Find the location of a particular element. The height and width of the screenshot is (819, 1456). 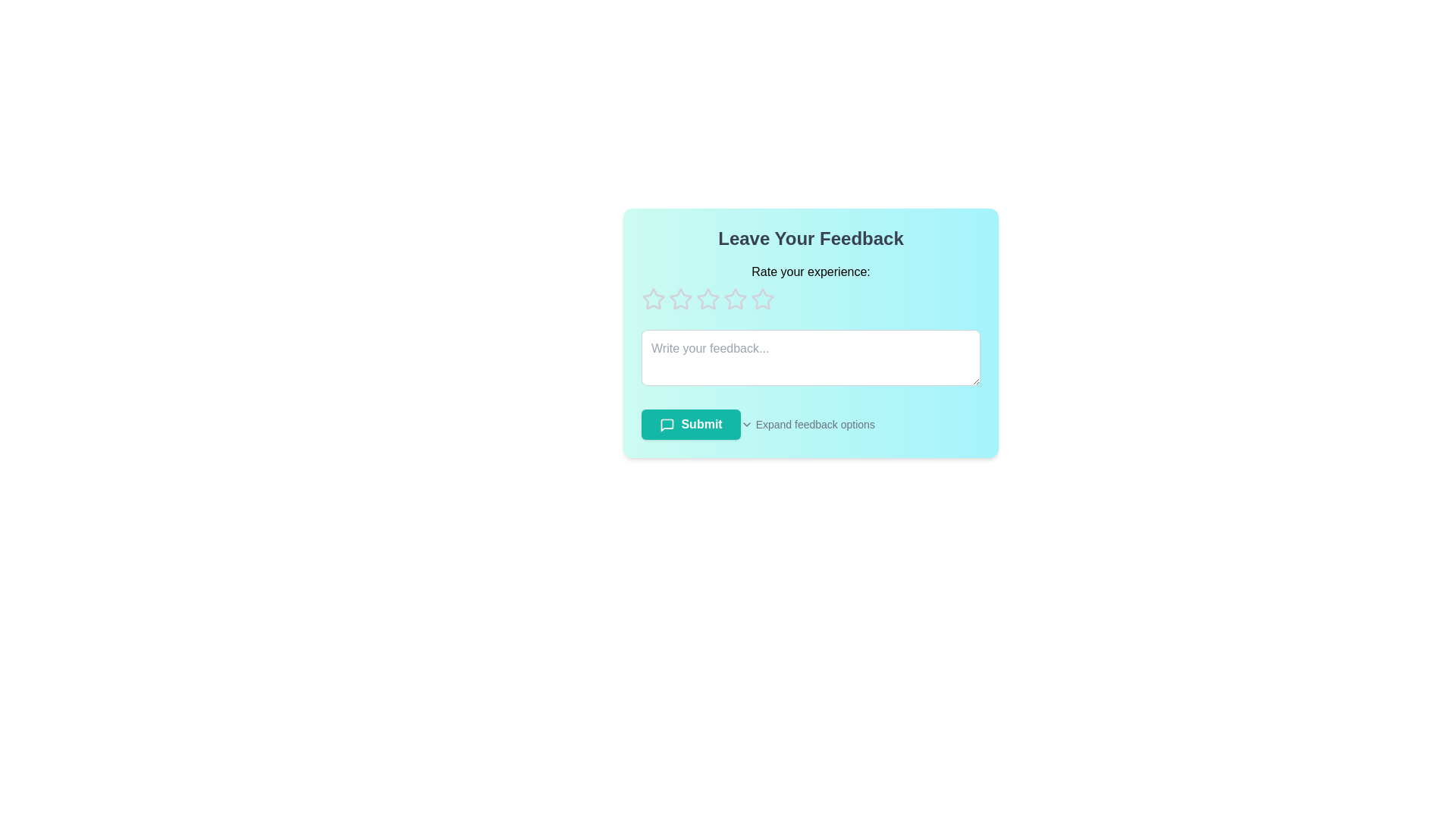

the labeled expandable menu trigger element displaying 'Expand feedback options' is located at coordinates (860, 424).